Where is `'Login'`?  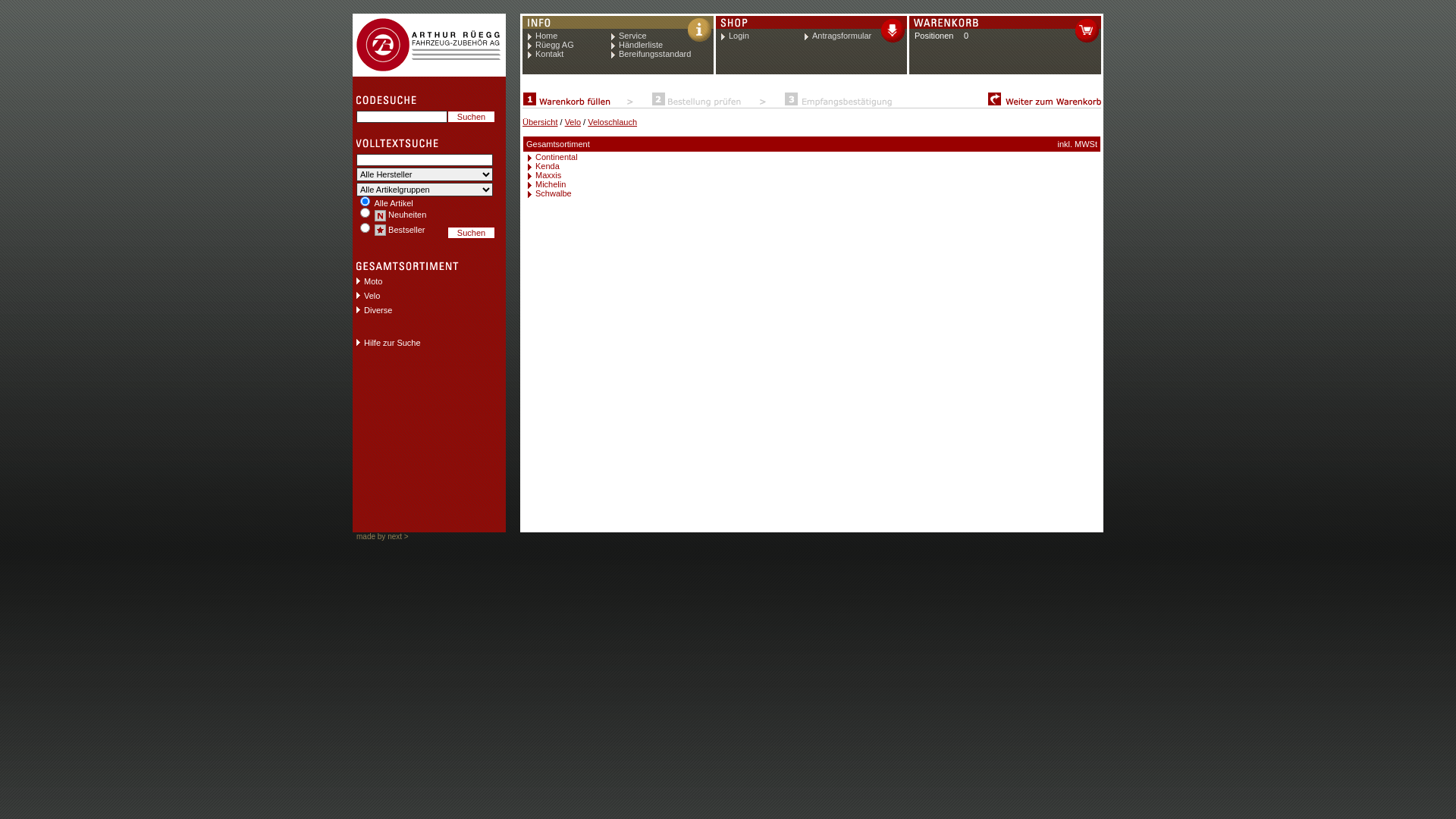 'Login' is located at coordinates (763, 34).